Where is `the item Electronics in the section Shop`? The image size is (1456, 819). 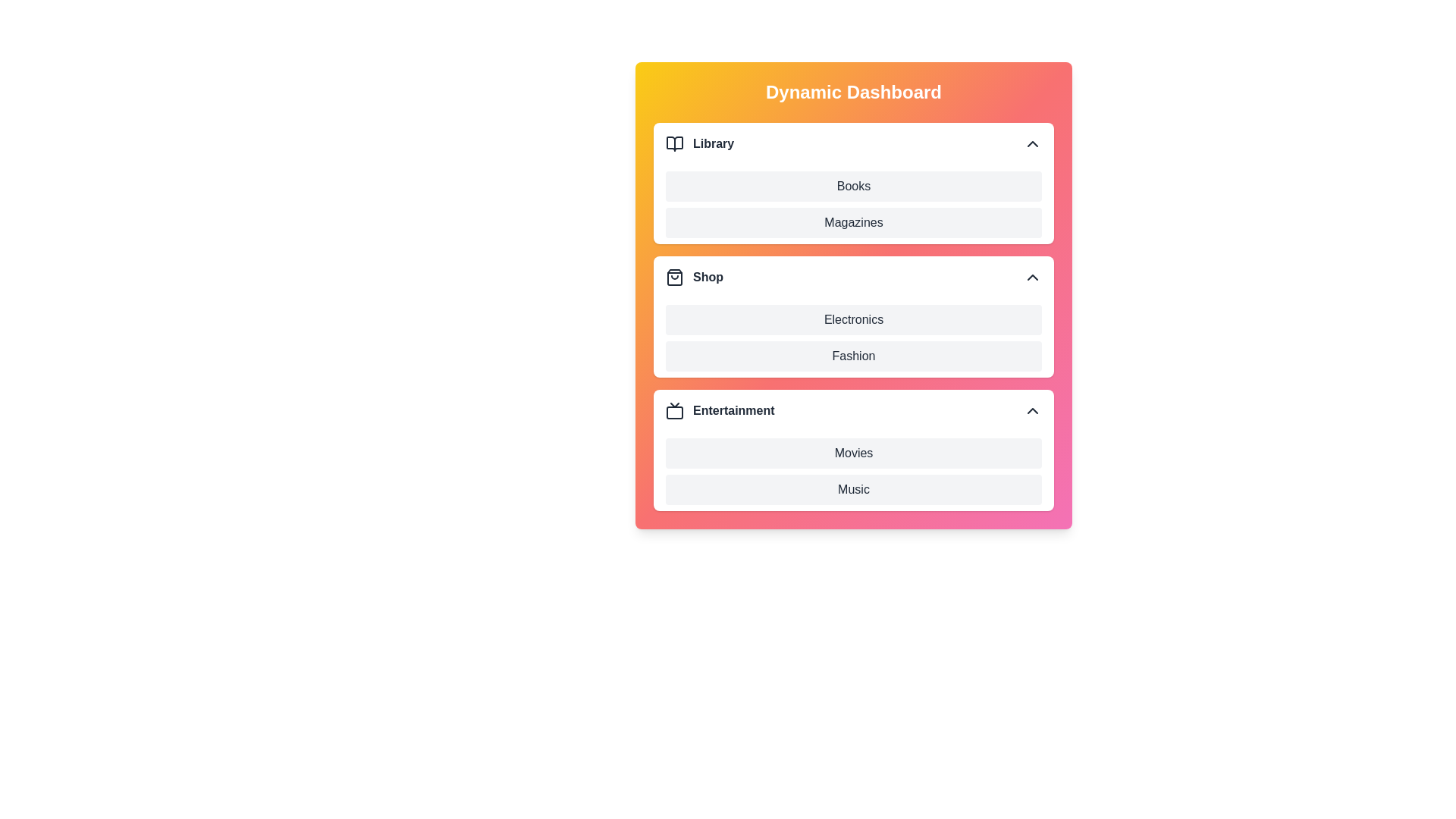 the item Electronics in the section Shop is located at coordinates (666, 318).